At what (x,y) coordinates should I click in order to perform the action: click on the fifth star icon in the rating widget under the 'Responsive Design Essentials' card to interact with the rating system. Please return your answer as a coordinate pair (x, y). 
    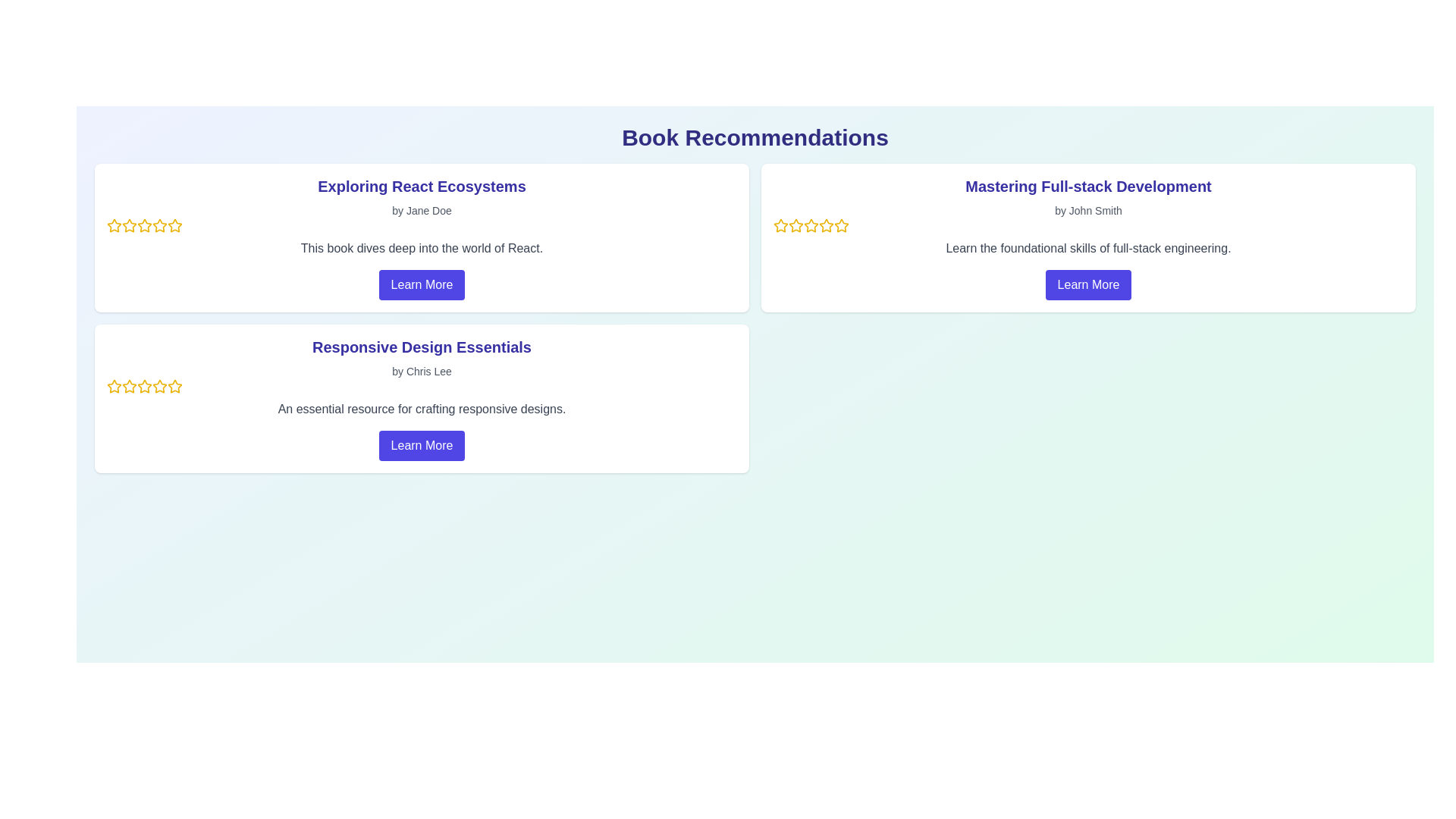
    Looking at the image, I should click on (145, 385).